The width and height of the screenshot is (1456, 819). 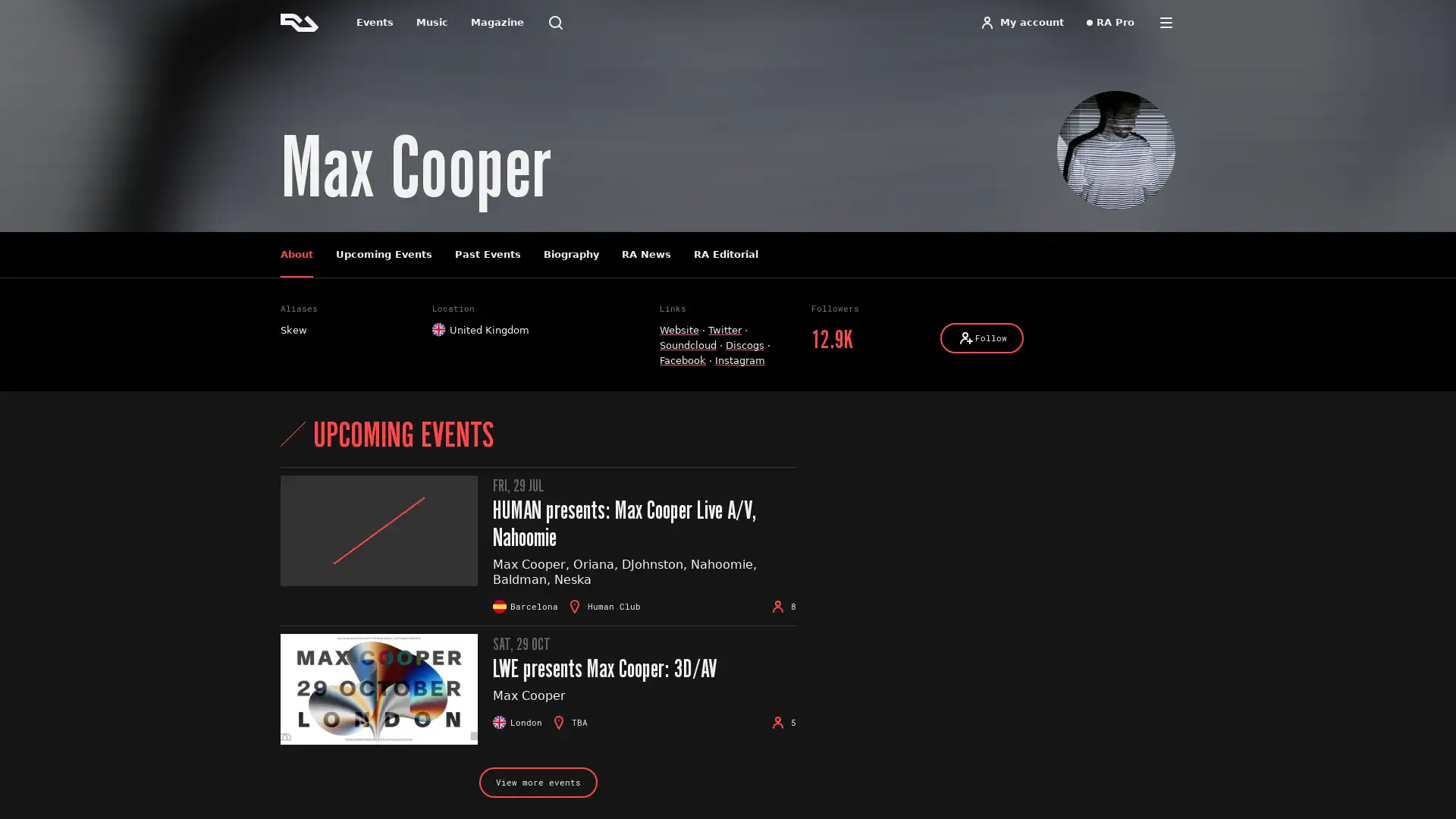 I want to click on Follow Follow, so click(x=982, y=336).